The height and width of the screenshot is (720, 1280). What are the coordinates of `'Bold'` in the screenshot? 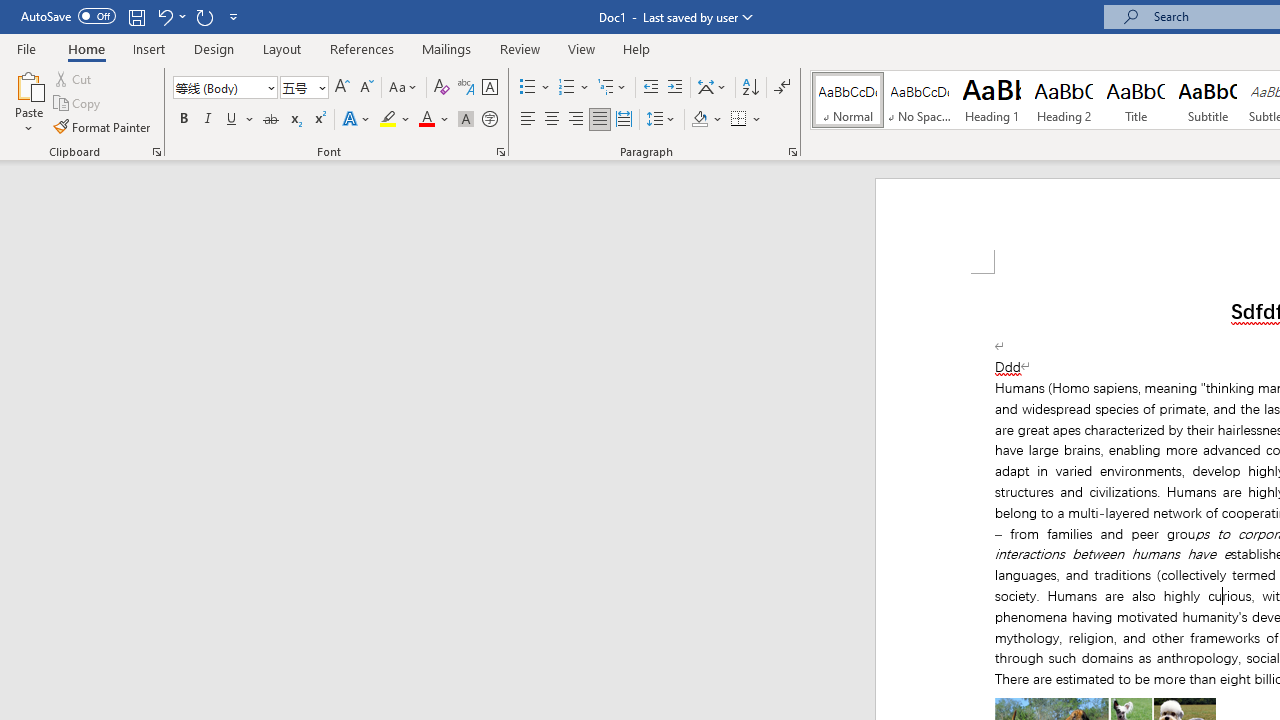 It's located at (183, 119).